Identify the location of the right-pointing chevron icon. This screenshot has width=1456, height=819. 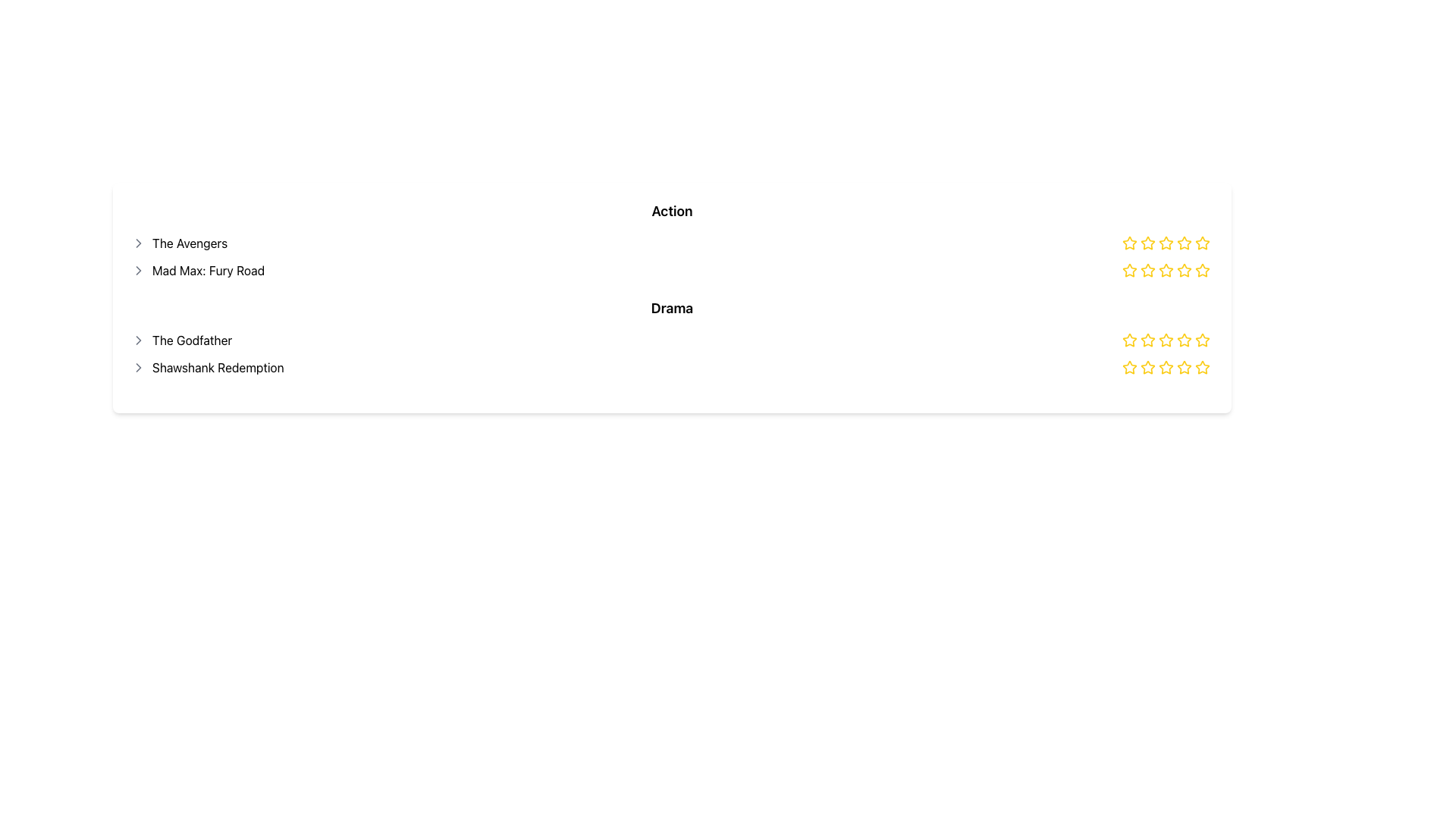
(138, 339).